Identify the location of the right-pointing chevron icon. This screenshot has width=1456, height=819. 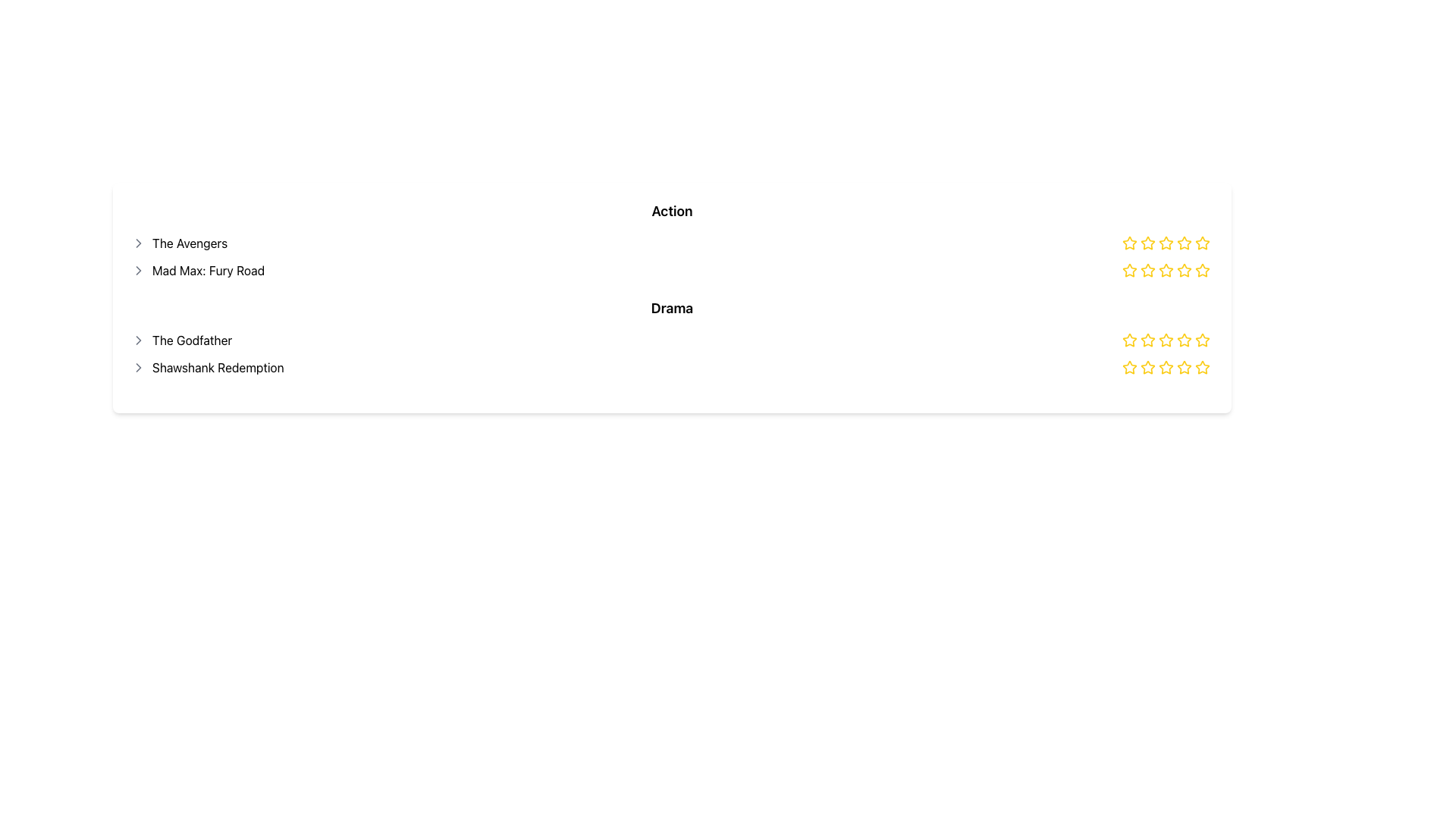
(138, 339).